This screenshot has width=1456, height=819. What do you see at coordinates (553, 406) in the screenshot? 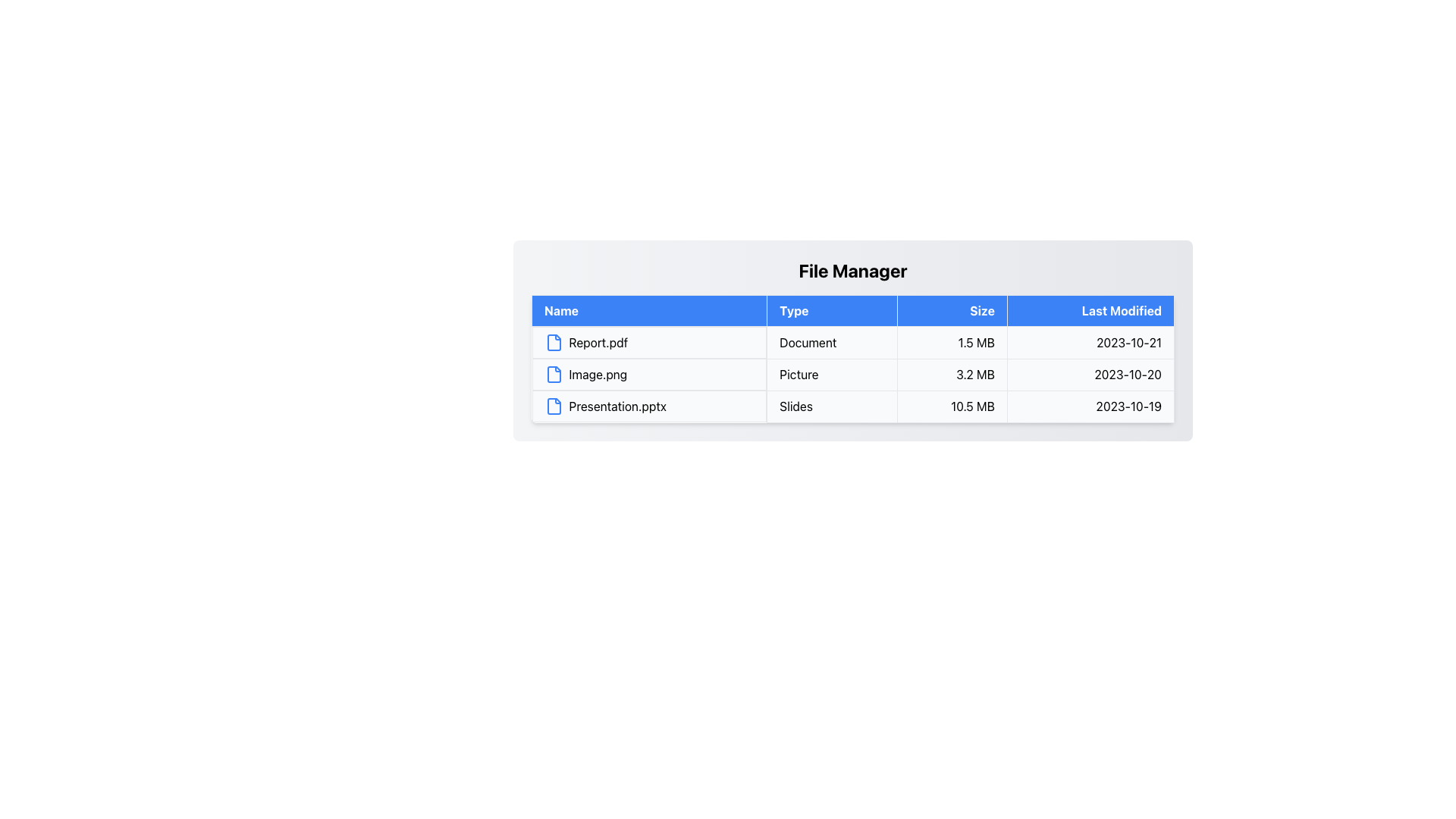
I see `the file type icon located` at bounding box center [553, 406].